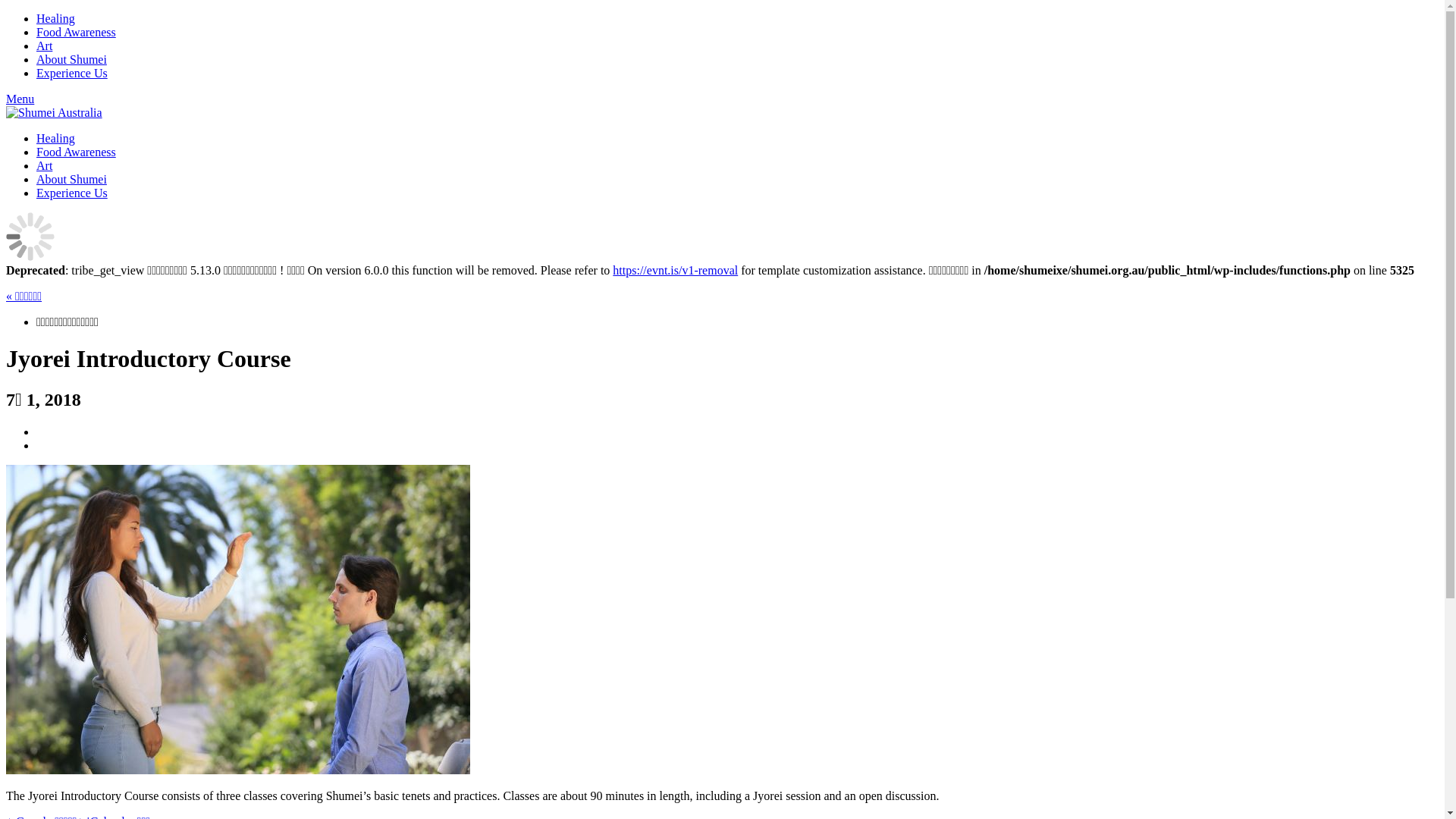 This screenshot has width=1456, height=819. What do you see at coordinates (674, 269) in the screenshot?
I see `'https://evnt.is/v1-removal'` at bounding box center [674, 269].